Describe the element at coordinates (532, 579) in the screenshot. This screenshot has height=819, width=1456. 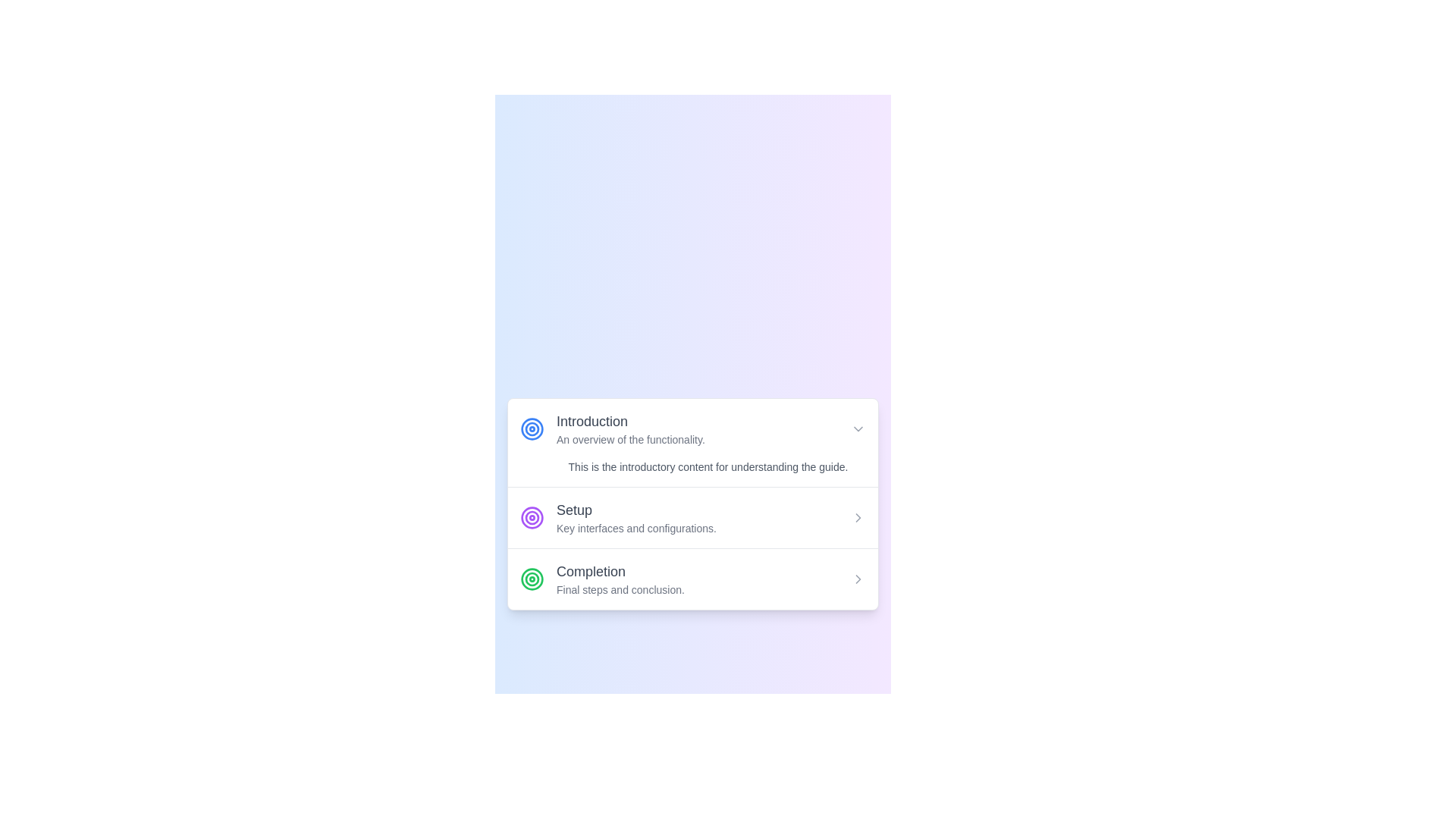
I see `the green circular ring that forms the second inner circle of a target-like design within the 'Completion' block at the bottom of the list` at that location.